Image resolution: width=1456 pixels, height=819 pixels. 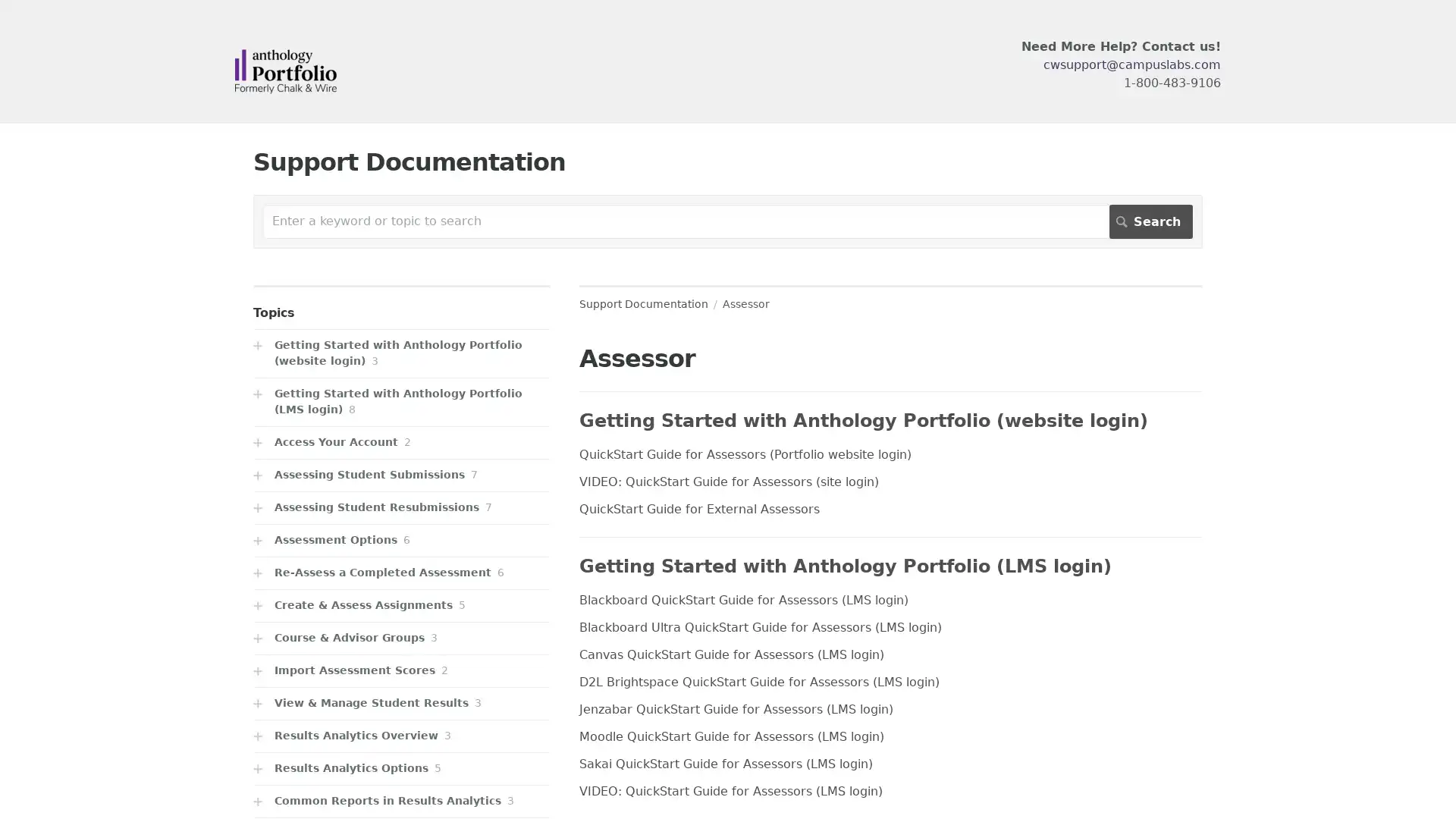 What do you see at coordinates (401, 735) in the screenshot?
I see `Results Analytics Overview 3` at bounding box center [401, 735].